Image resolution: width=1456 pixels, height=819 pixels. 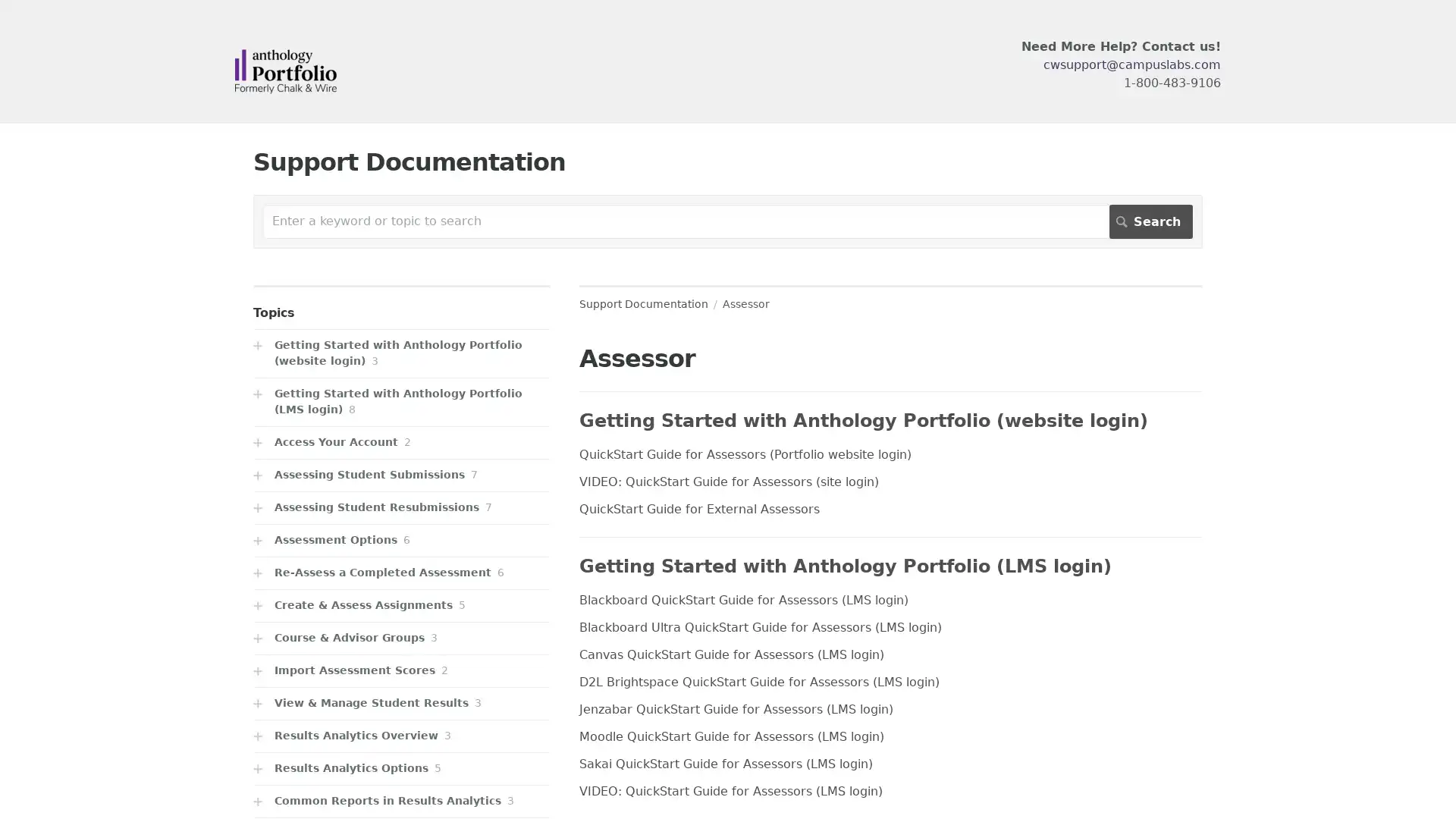 What do you see at coordinates (401, 735) in the screenshot?
I see `Results Analytics Overview 3` at bounding box center [401, 735].